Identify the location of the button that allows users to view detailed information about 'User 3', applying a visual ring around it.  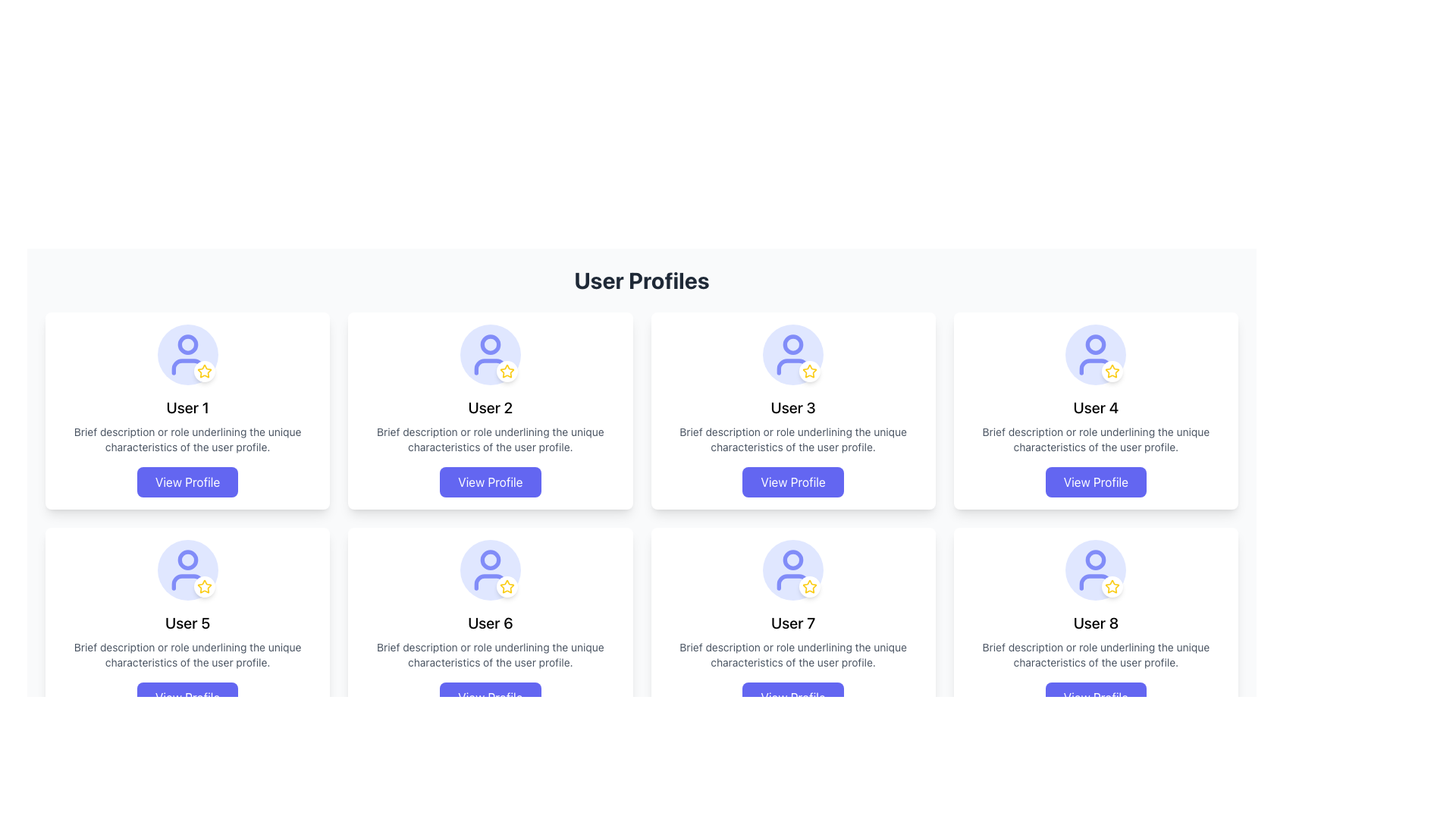
(792, 482).